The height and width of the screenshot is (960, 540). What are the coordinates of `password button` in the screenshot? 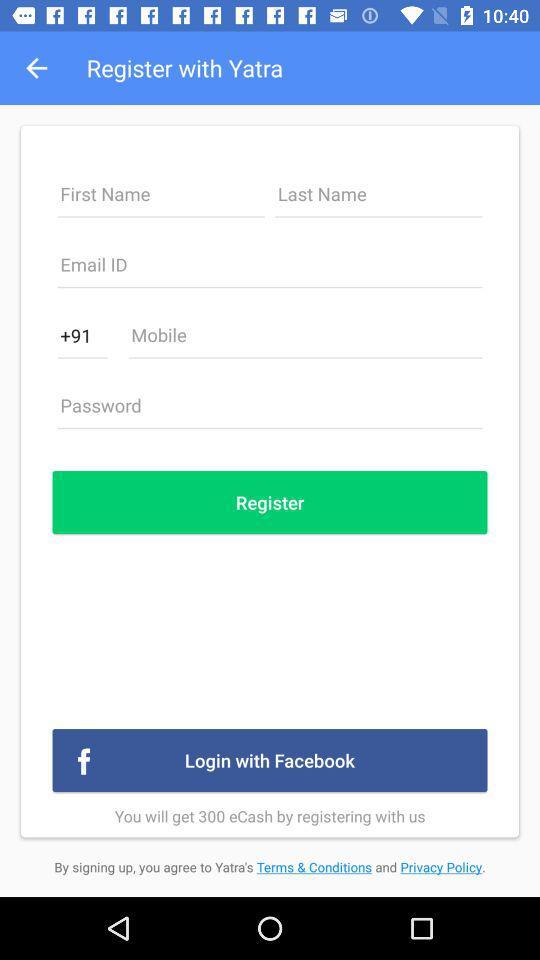 It's located at (270, 410).